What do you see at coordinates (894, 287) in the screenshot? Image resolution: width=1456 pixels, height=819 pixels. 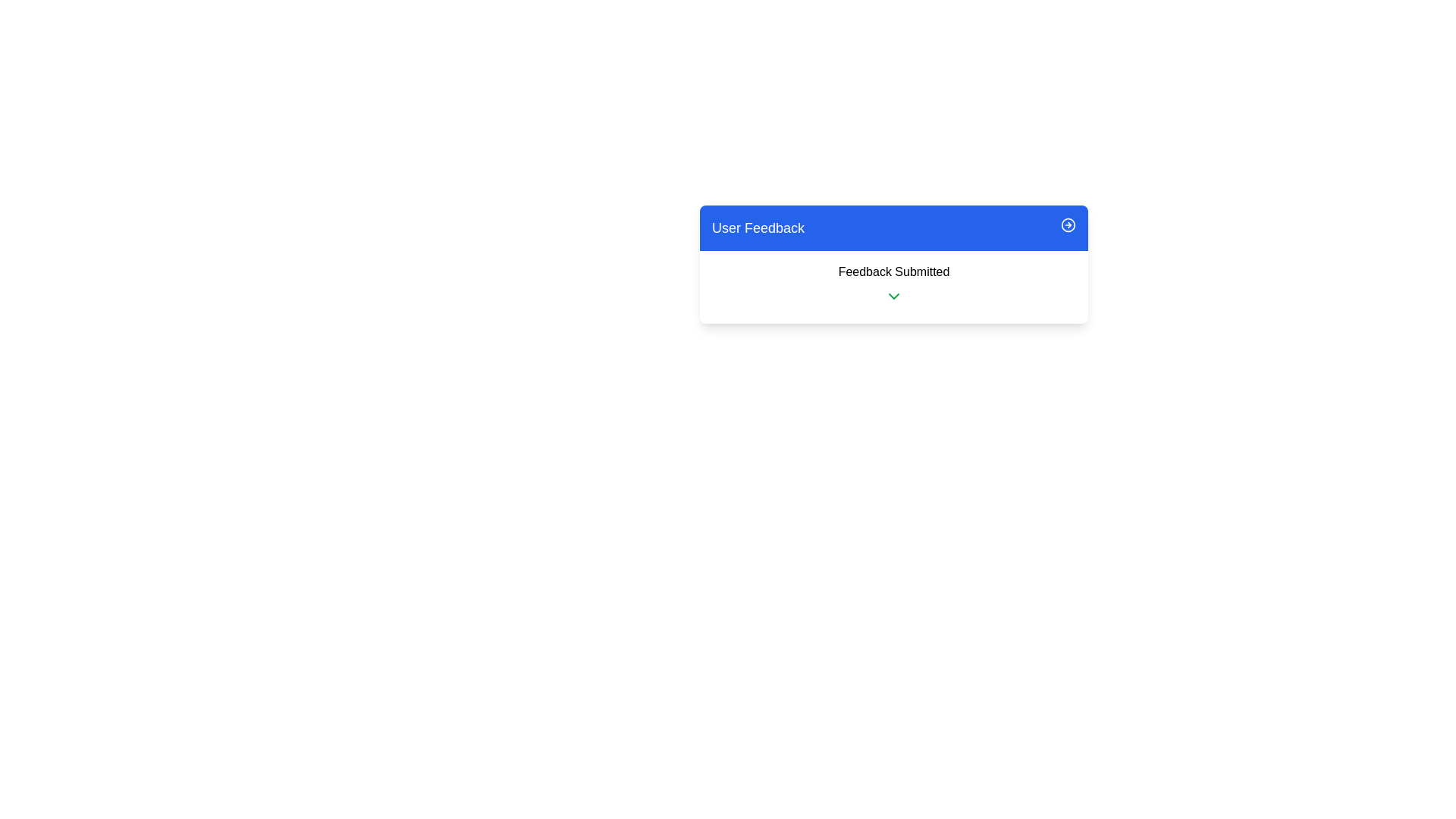 I see `the acknowledgment Text block with an icon that indicates successful feedback submission, located beneath the 'User Feedback' title` at bounding box center [894, 287].